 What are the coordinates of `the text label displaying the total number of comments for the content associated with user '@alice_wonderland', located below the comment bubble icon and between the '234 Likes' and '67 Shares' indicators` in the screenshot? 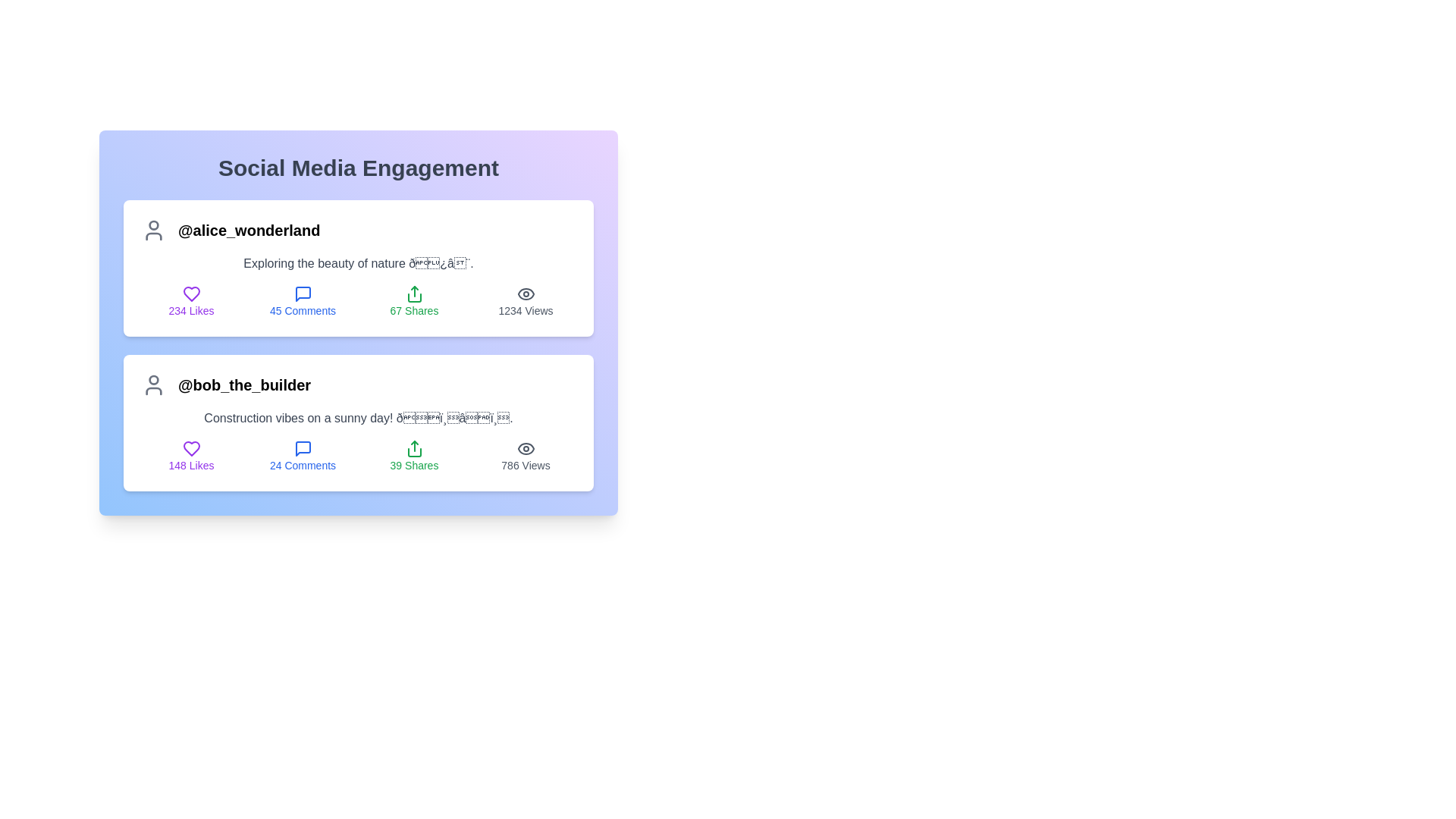 It's located at (303, 309).